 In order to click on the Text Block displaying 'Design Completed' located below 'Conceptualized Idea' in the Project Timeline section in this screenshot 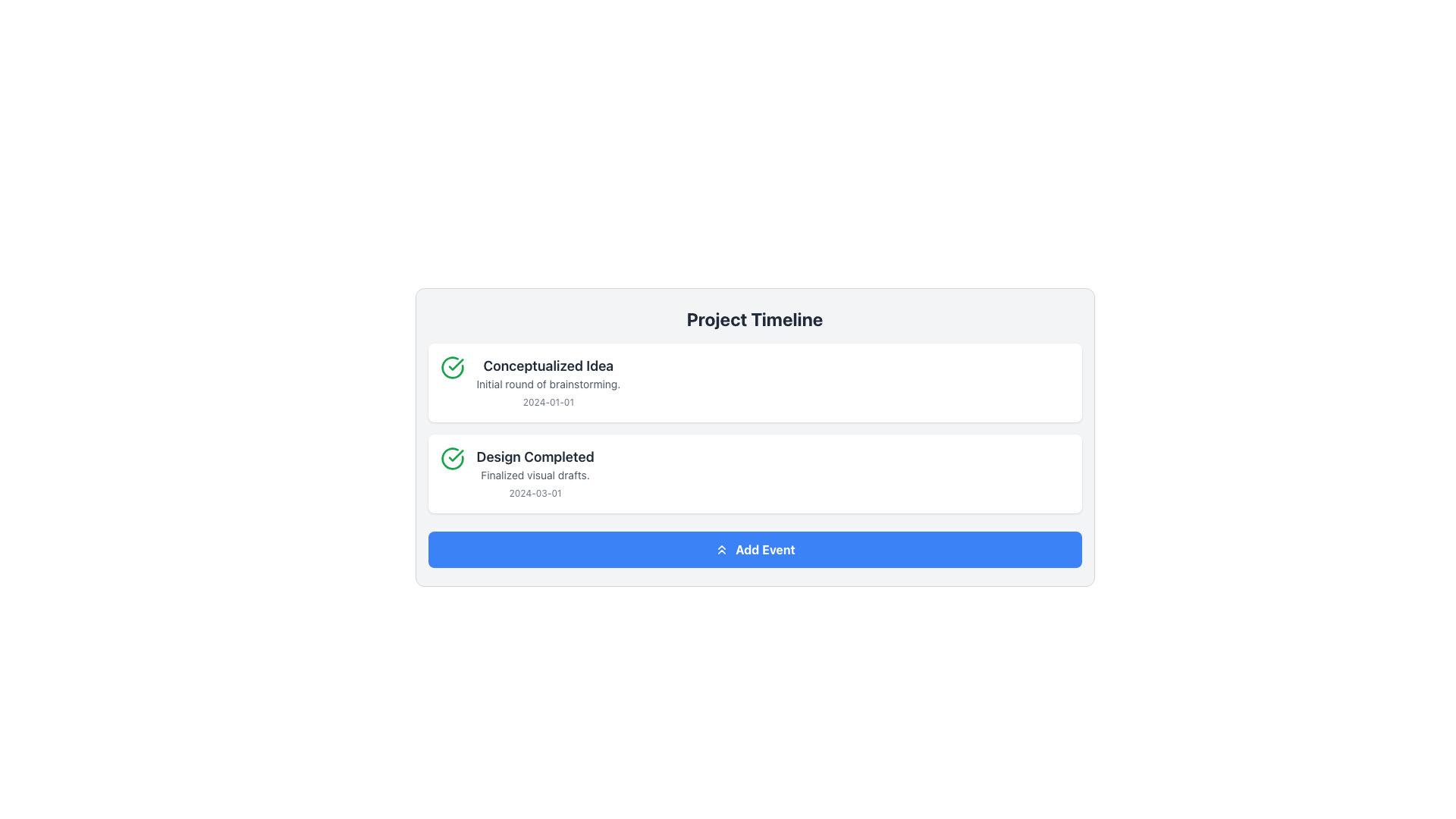, I will do `click(535, 472)`.